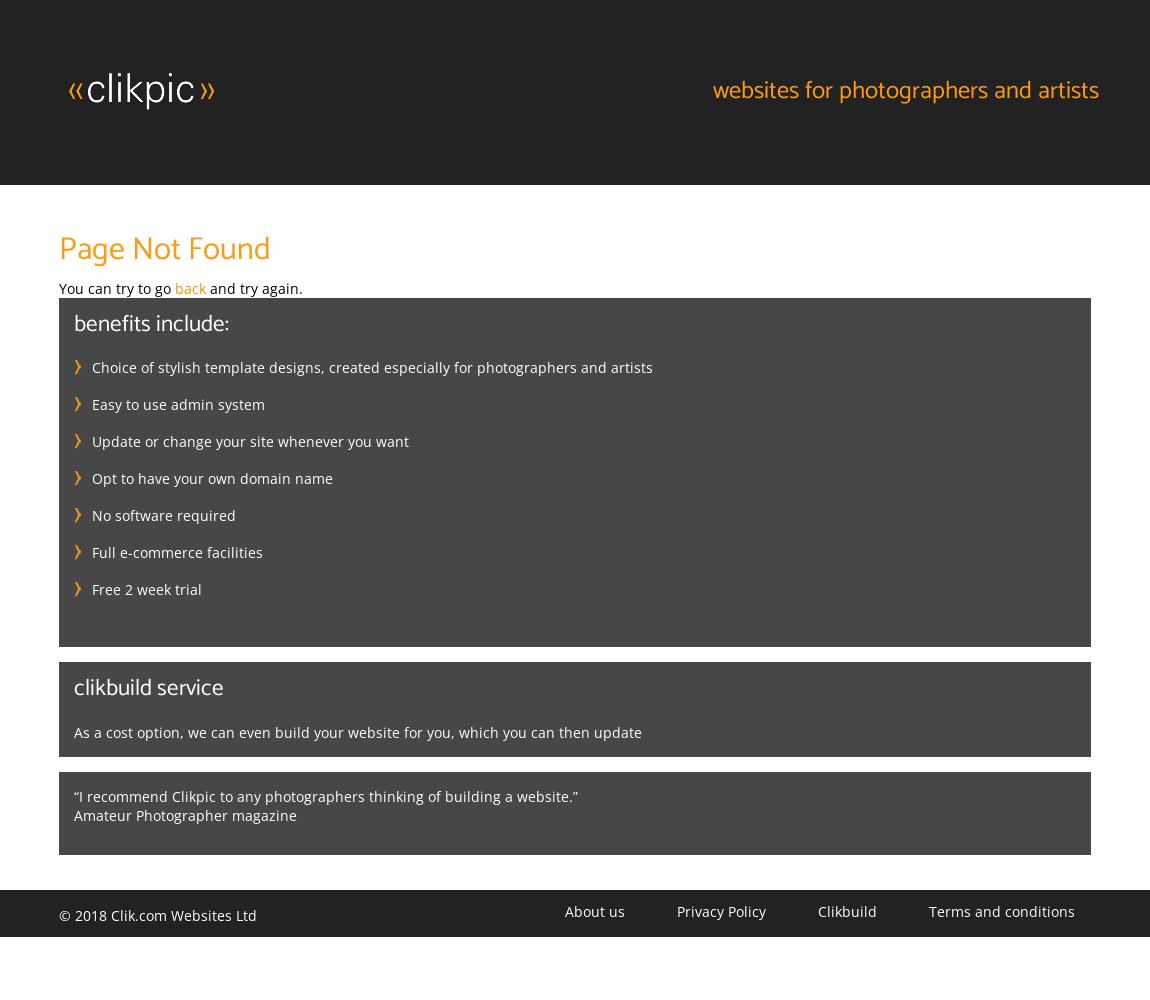 The height and width of the screenshot is (1000, 1150). I want to click on 'As a cost option, we can even build your website for you, which you can then update', so click(357, 731).